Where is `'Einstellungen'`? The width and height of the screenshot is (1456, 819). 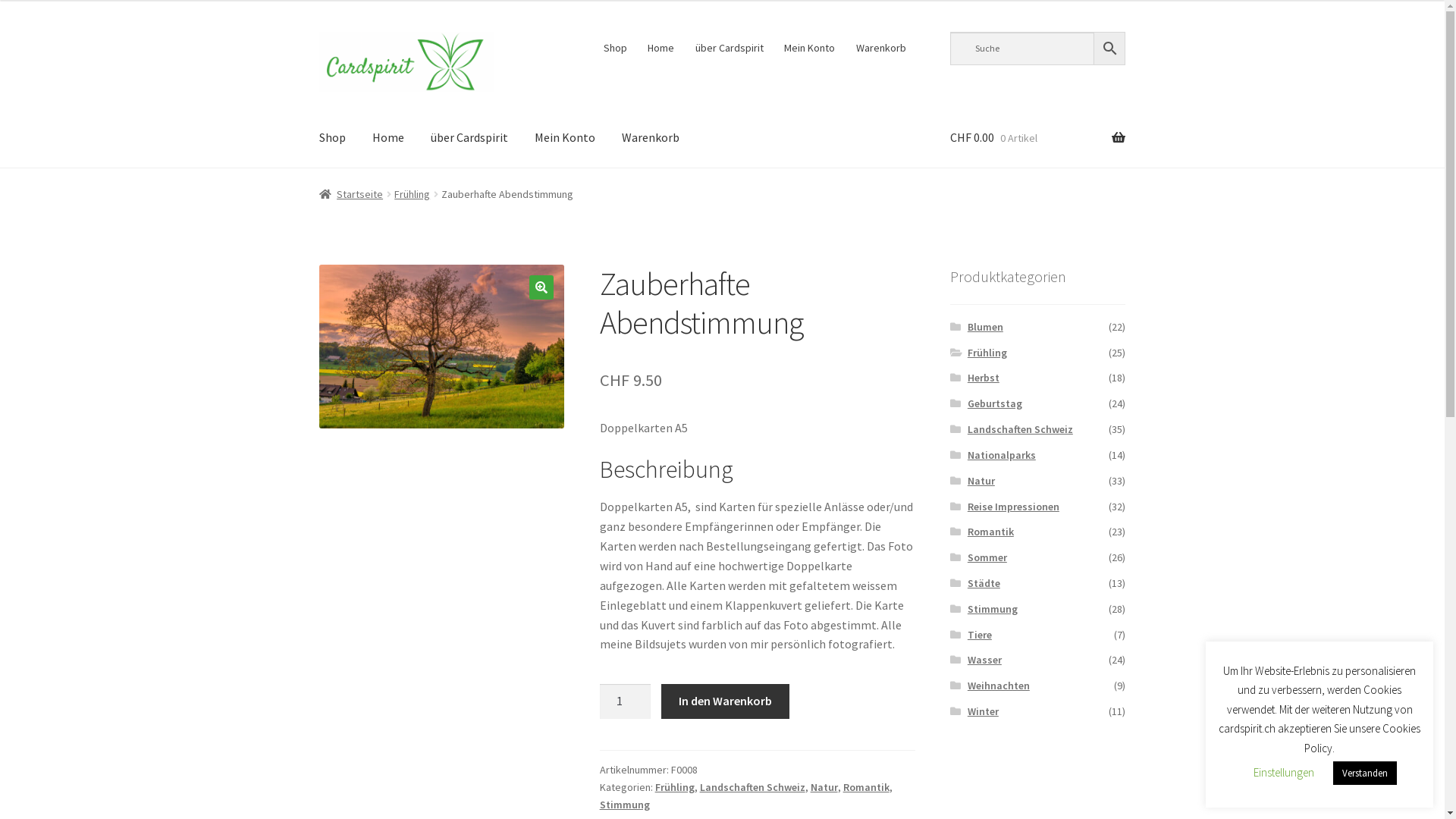
'Einstellungen' is located at coordinates (1283, 772).